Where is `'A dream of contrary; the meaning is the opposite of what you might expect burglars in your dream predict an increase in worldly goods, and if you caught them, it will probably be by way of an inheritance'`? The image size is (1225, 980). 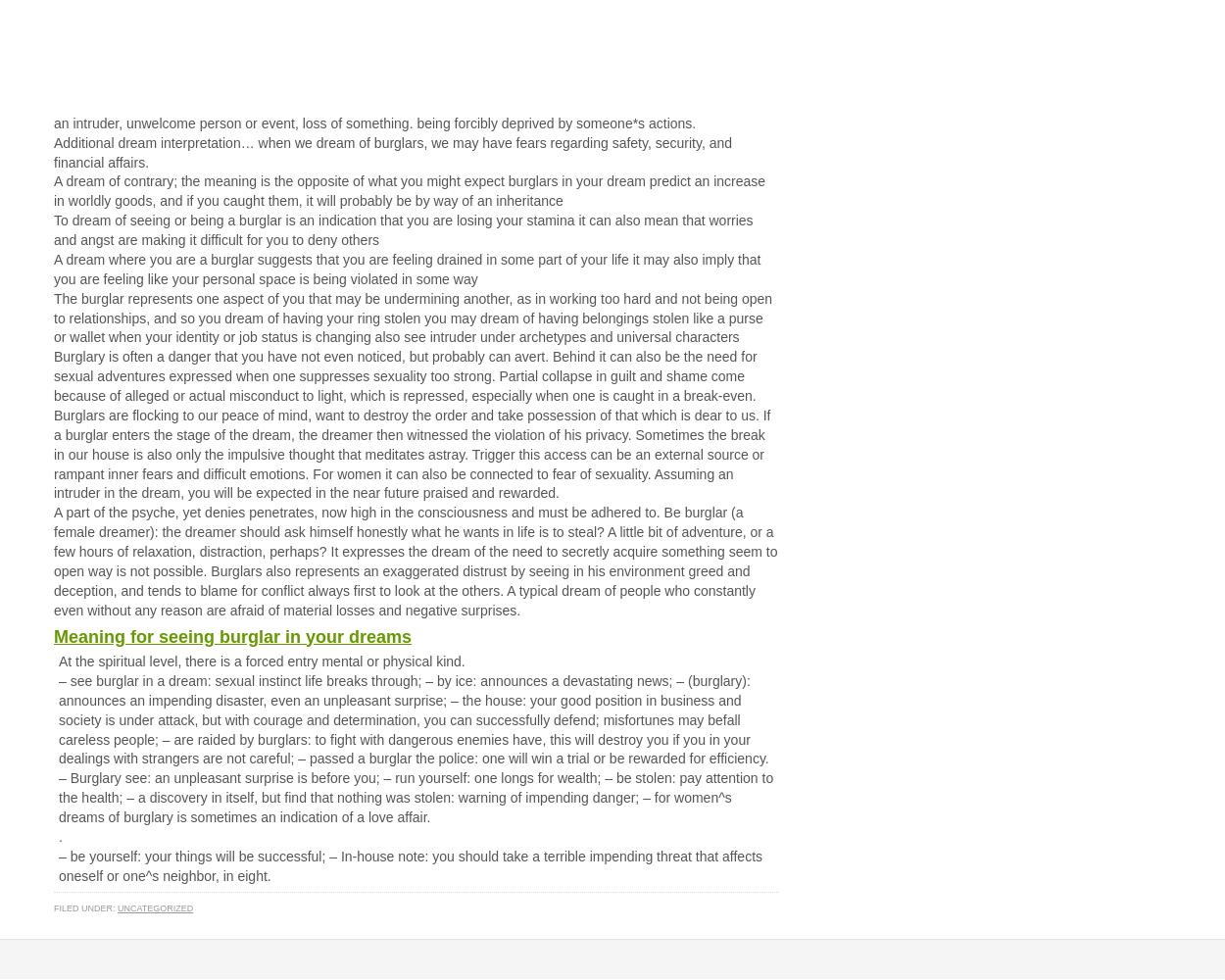 'A dream of contrary; the meaning is the opposite of what you might expect burglars in your dream predict an increase in worldly goods, and if you caught them, it will probably be by way of an inheritance' is located at coordinates (409, 190).